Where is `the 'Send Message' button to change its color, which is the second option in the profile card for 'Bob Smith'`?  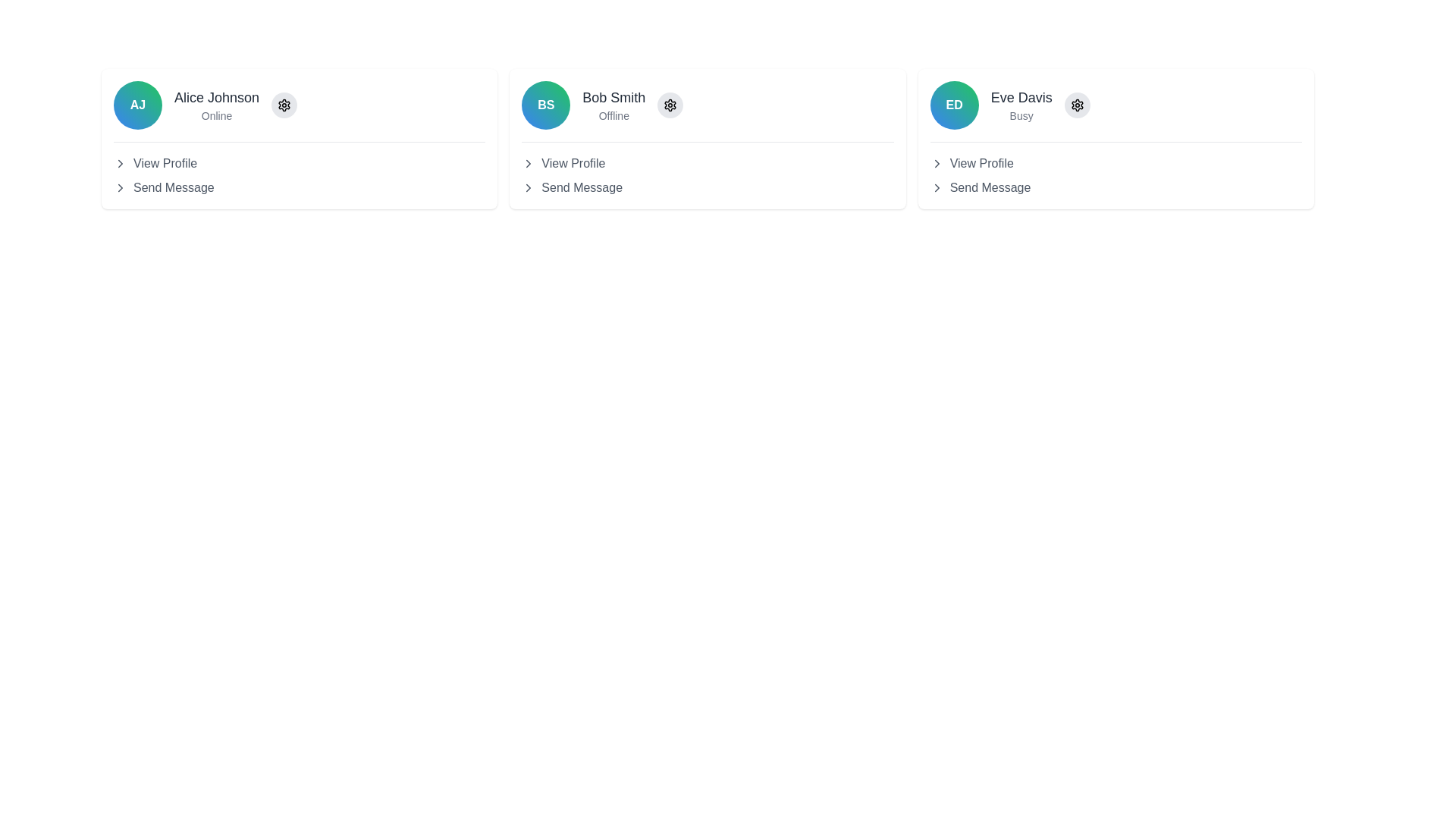 the 'Send Message' button to change its color, which is the second option in the profile card for 'Bob Smith' is located at coordinates (707, 187).